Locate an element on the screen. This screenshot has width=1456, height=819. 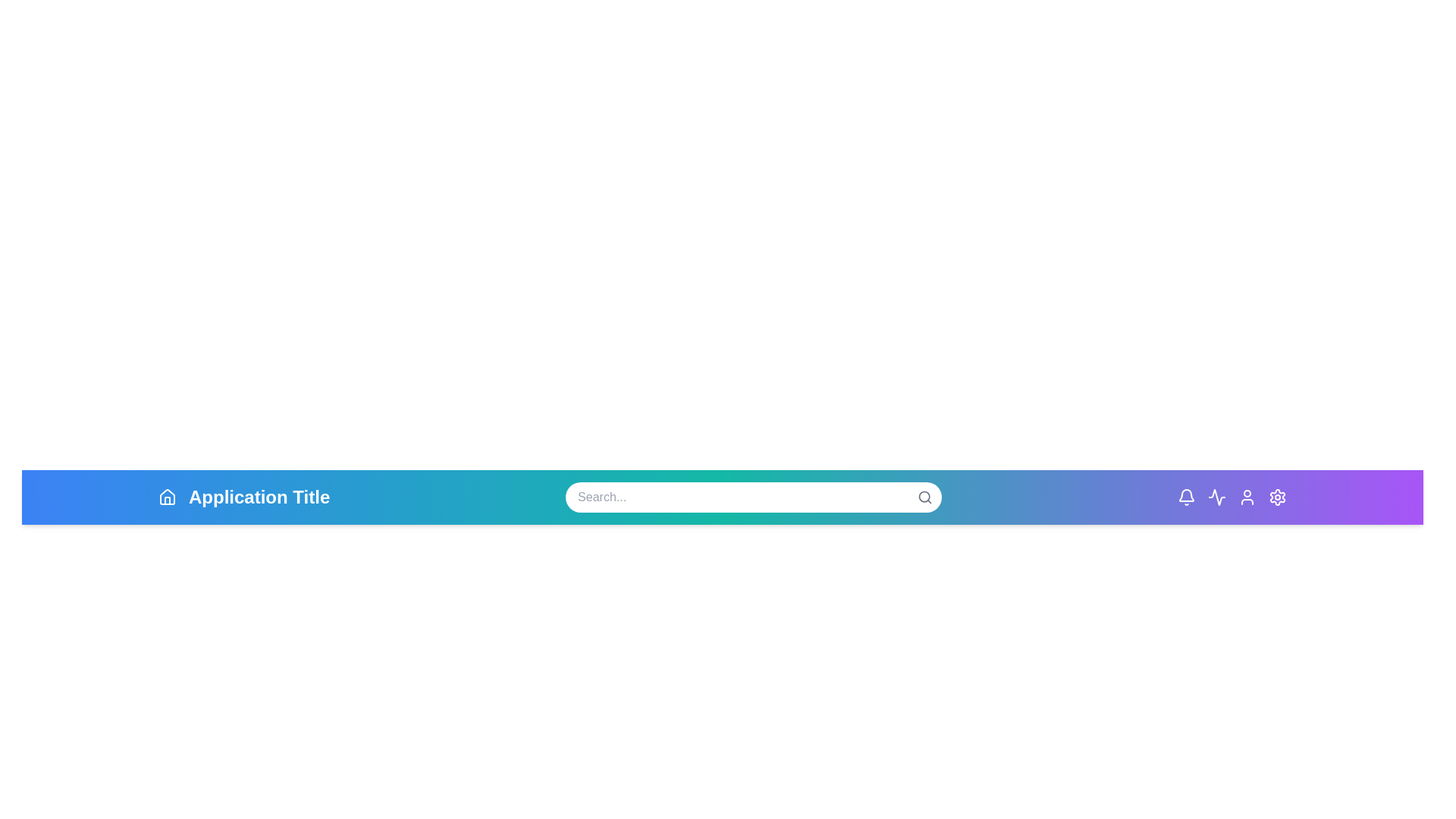
the settings icon to open the settings menu is located at coordinates (1276, 497).